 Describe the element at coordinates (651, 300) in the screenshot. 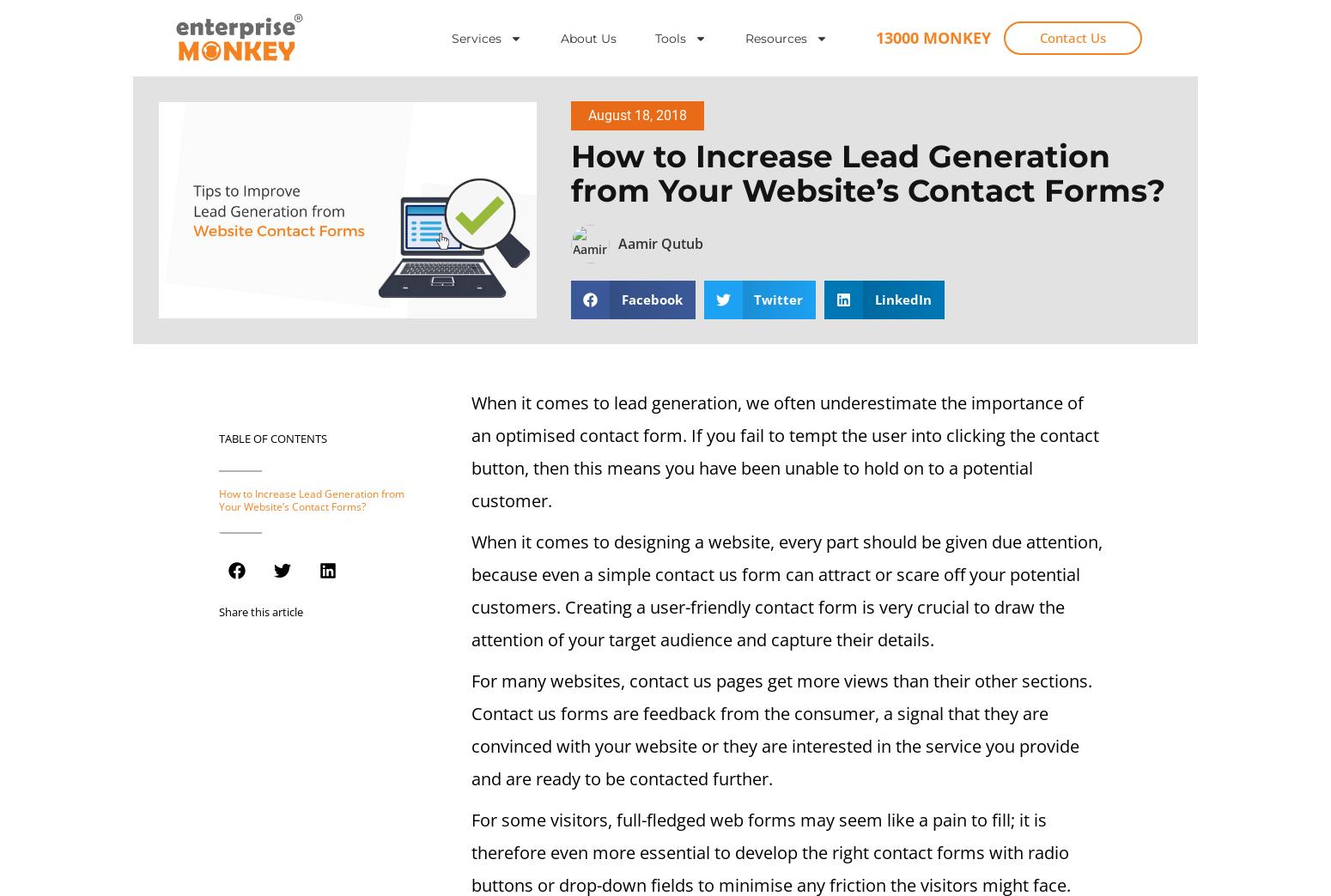

I see `'Facebook'` at that location.